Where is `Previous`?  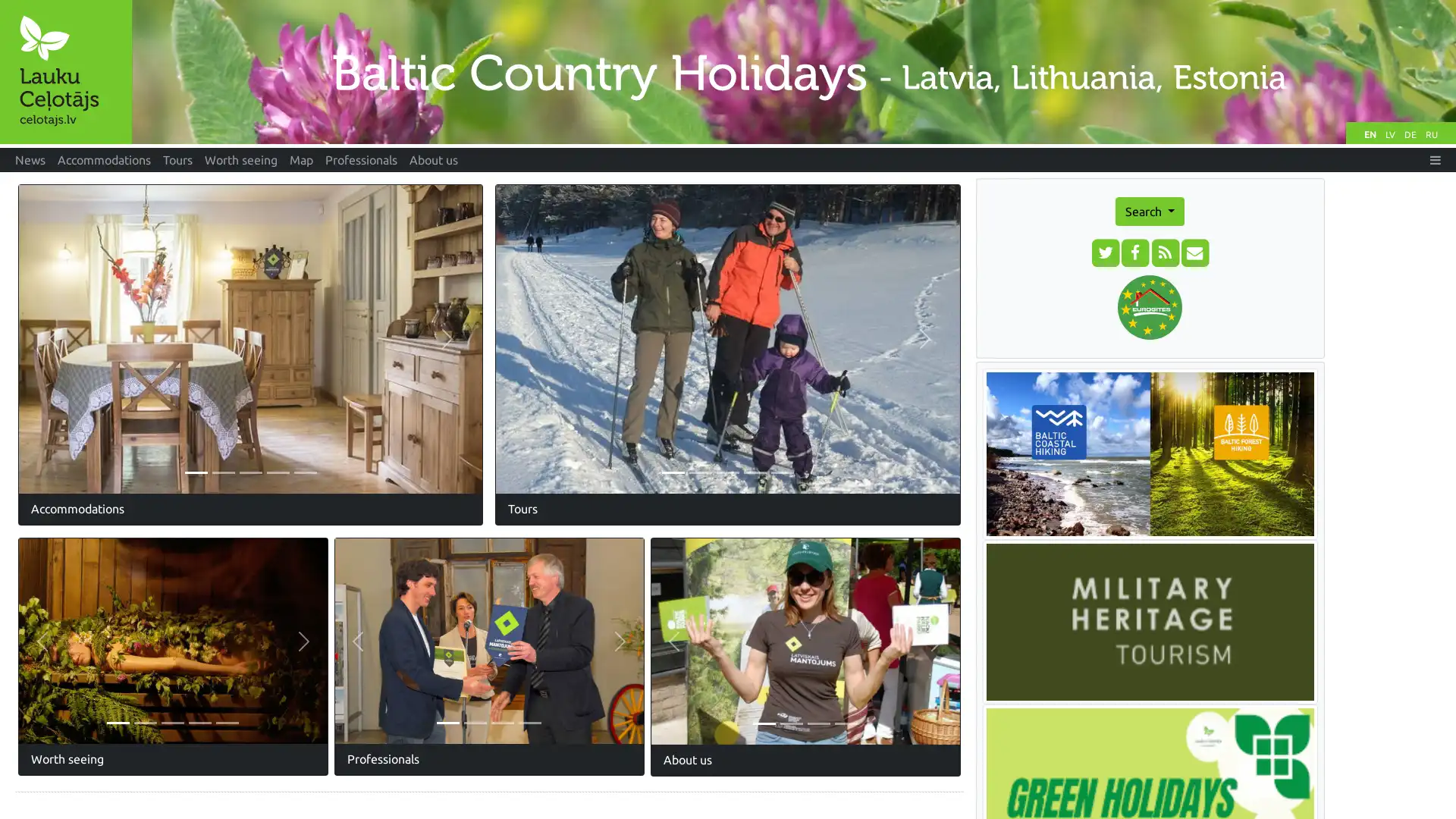 Previous is located at coordinates (42, 641).